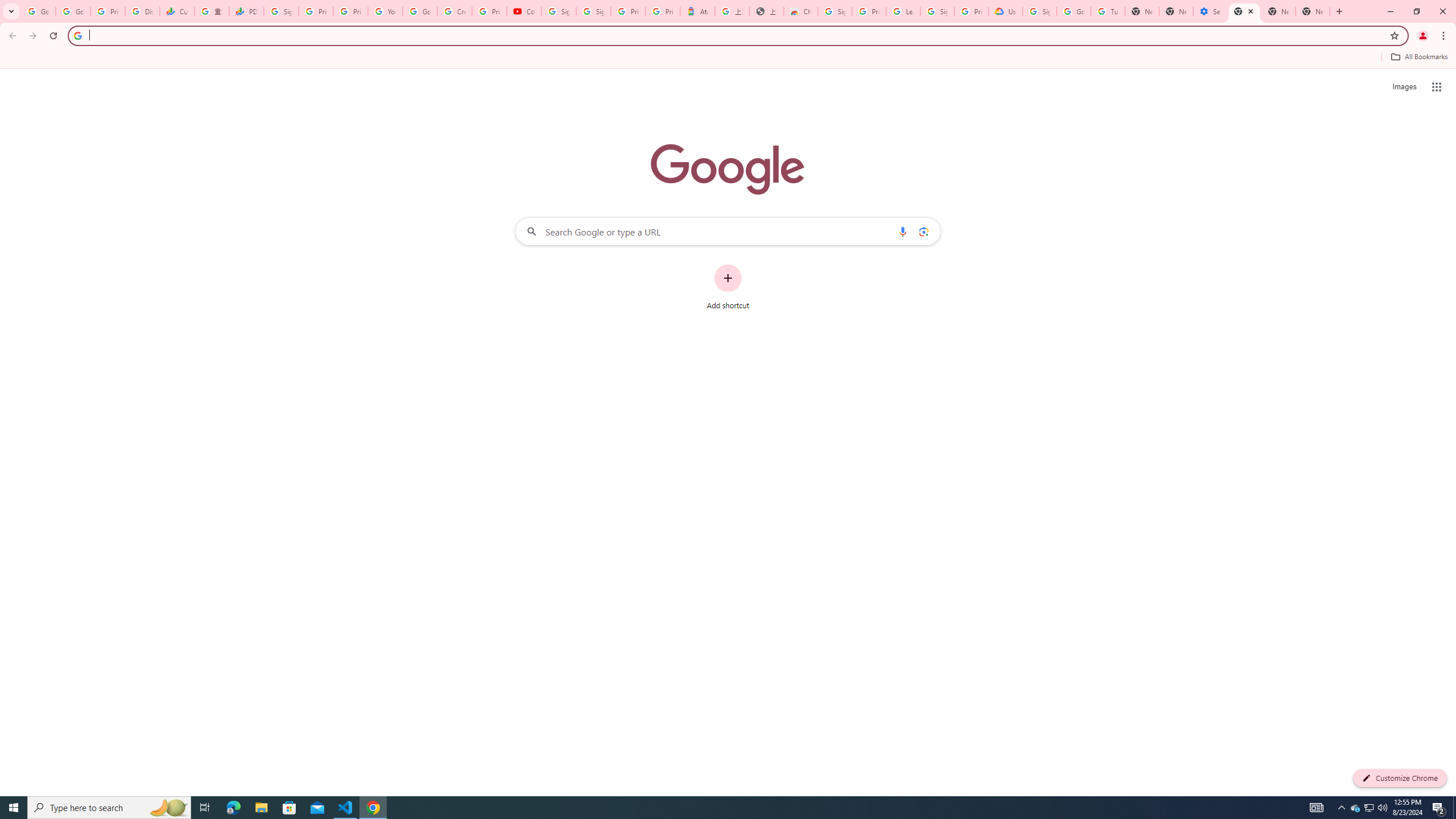 This screenshot has width=1456, height=819. Describe the element at coordinates (246, 11) in the screenshot. I see `'PDD Holdings Inc - ADR (PDD) Price & News - Google Finance'` at that location.